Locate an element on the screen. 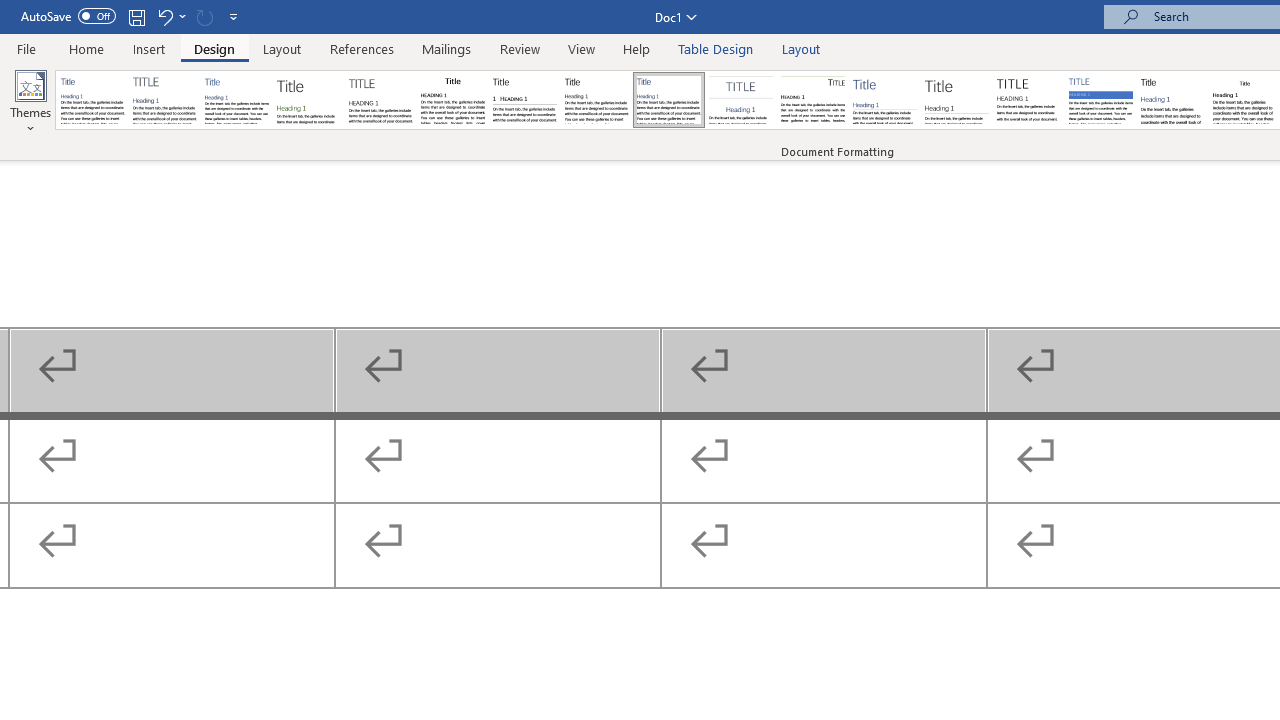 Image resolution: width=1280 pixels, height=720 pixels. 'Undo Outline Move Up' is located at coordinates (164, 16).